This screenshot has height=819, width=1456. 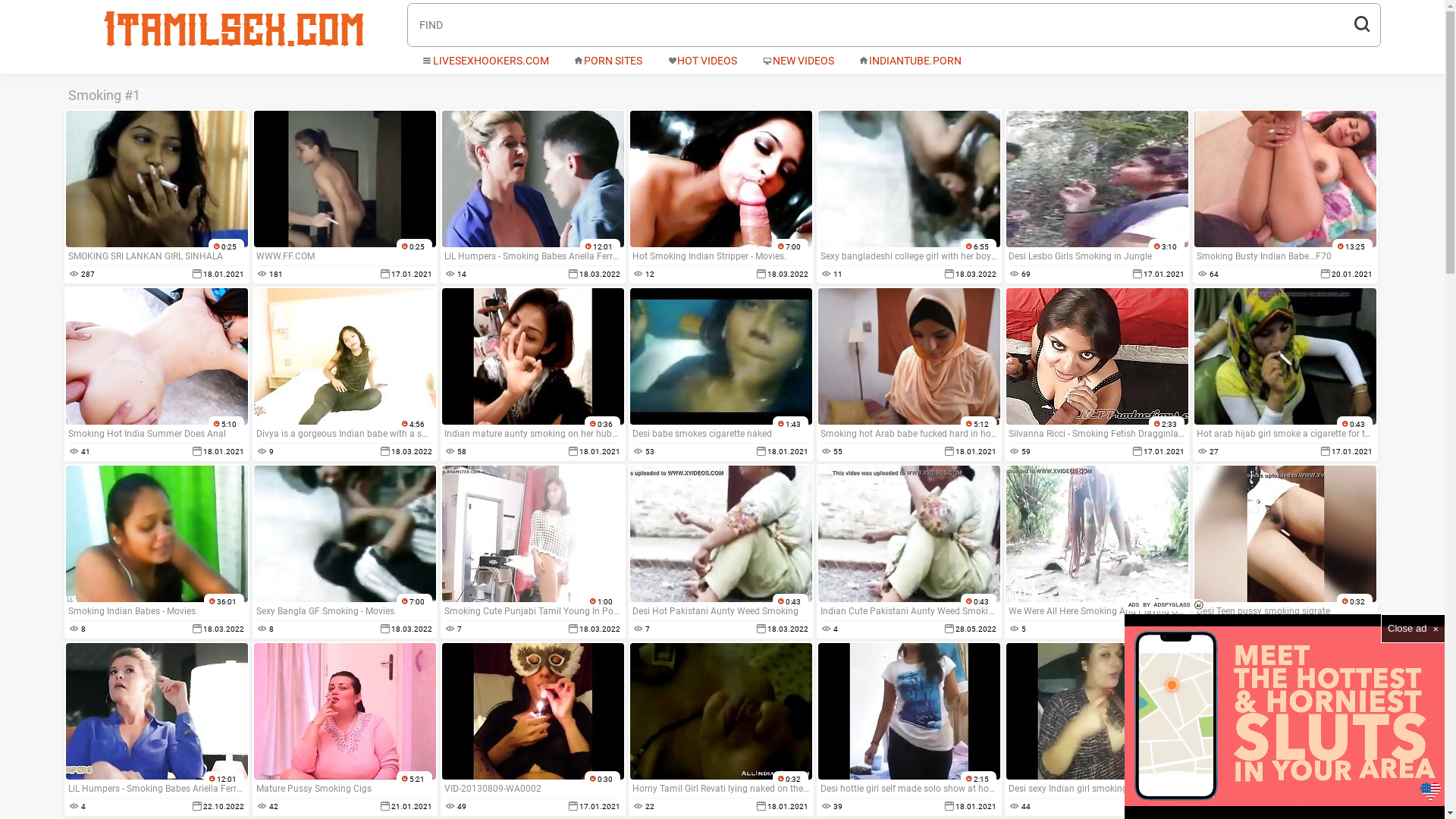 What do you see at coordinates (720, 374) in the screenshot?
I see `'1:43` at bounding box center [720, 374].